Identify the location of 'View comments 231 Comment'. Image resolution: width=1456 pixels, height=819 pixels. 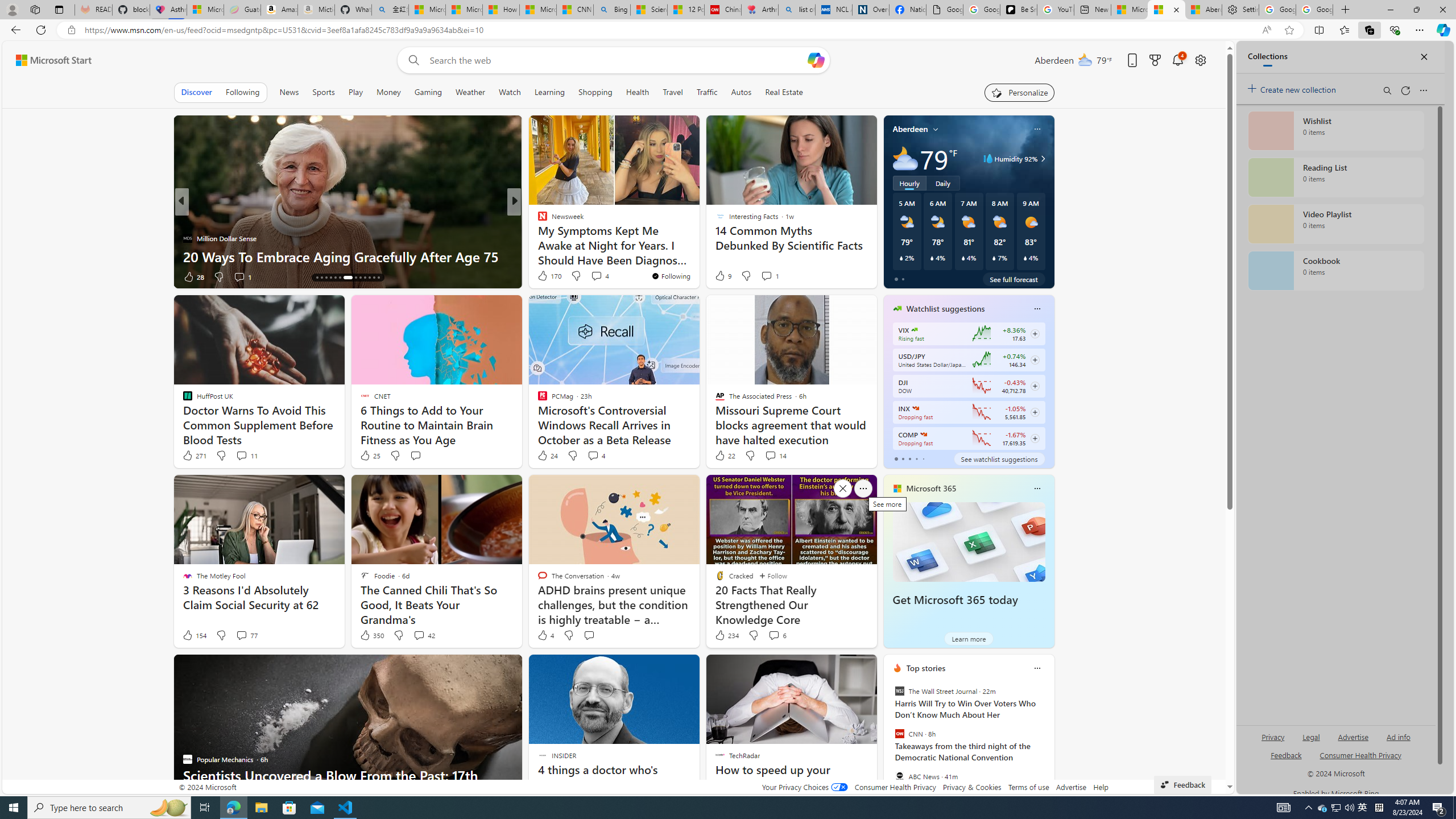
(589, 276).